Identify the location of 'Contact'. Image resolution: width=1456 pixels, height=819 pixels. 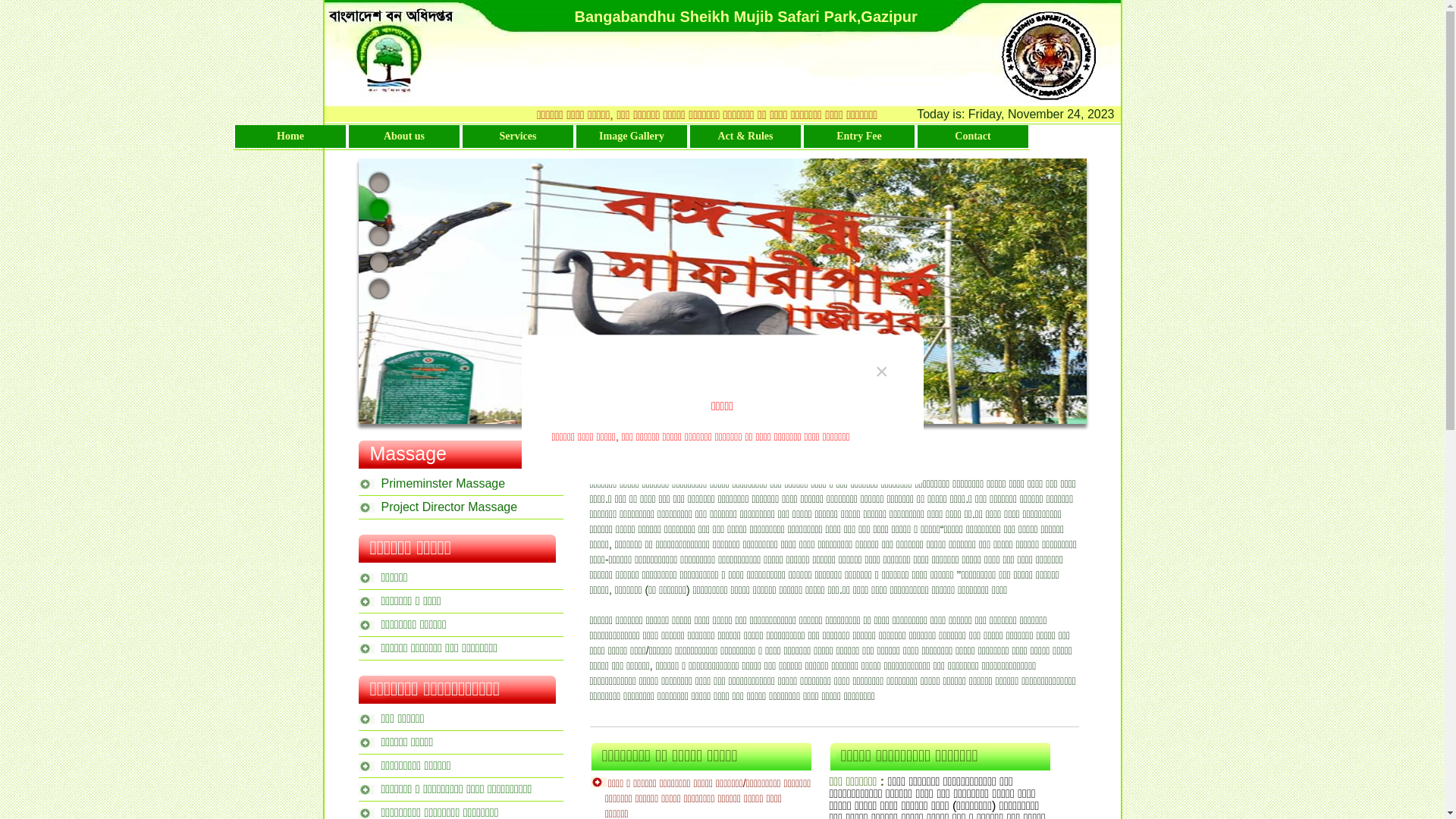
(972, 136).